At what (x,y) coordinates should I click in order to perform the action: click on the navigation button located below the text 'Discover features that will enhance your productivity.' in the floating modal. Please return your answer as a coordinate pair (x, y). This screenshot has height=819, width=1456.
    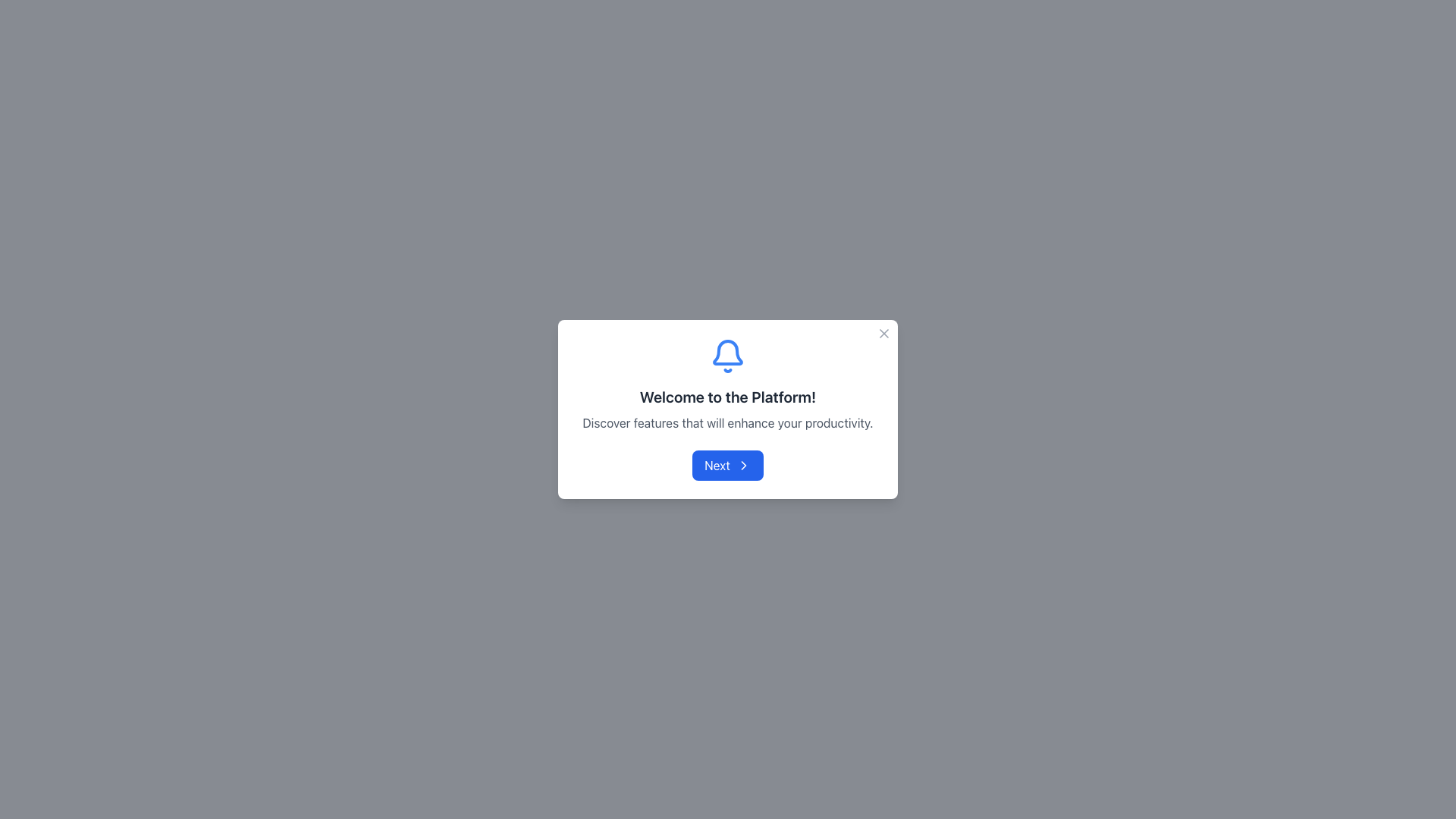
    Looking at the image, I should click on (728, 464).